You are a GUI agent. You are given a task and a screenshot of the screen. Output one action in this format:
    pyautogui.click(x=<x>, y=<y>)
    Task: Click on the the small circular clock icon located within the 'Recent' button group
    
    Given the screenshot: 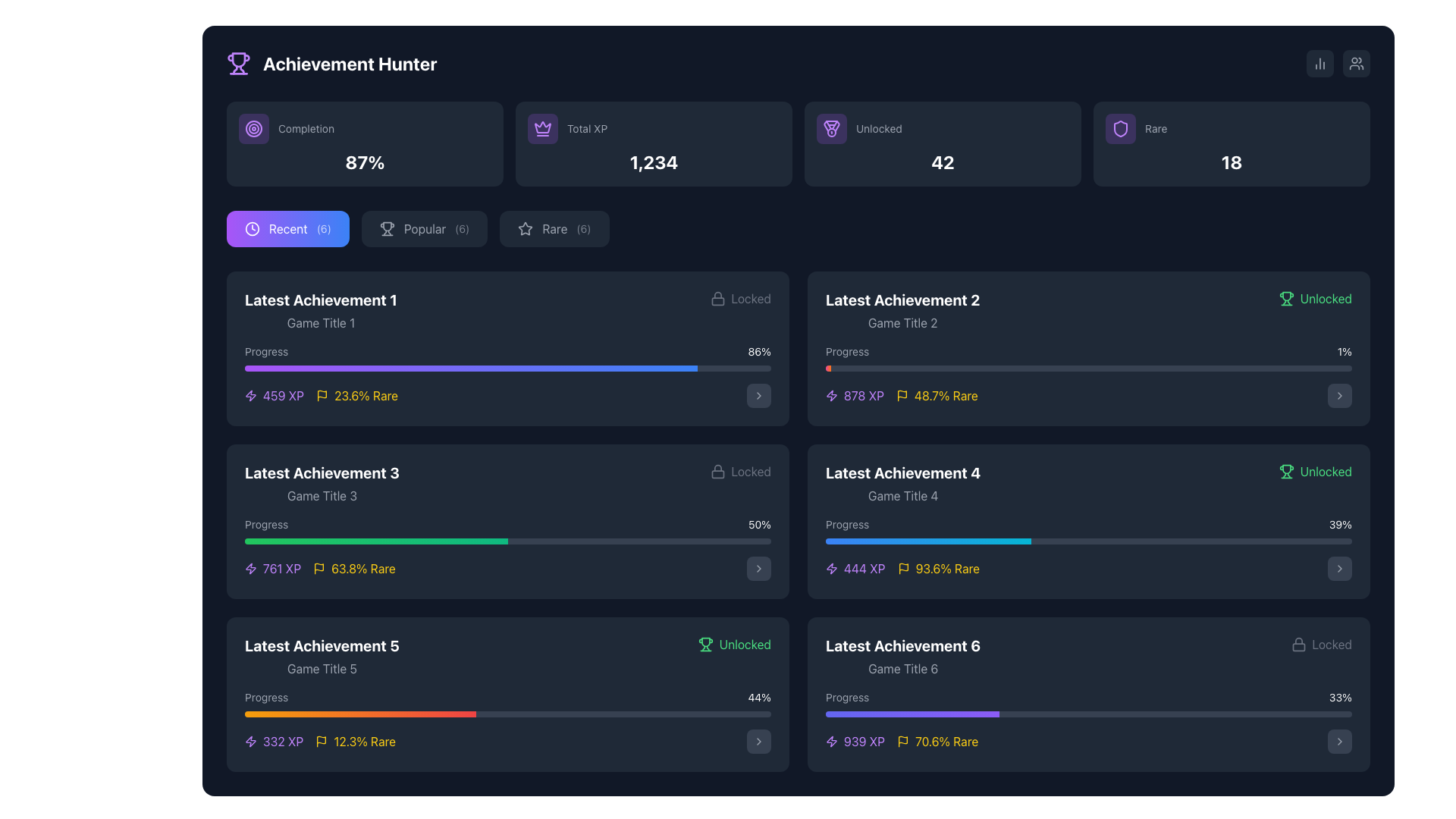 What is the action you would take?
    pyautogui.click(x=252, y=228)
    